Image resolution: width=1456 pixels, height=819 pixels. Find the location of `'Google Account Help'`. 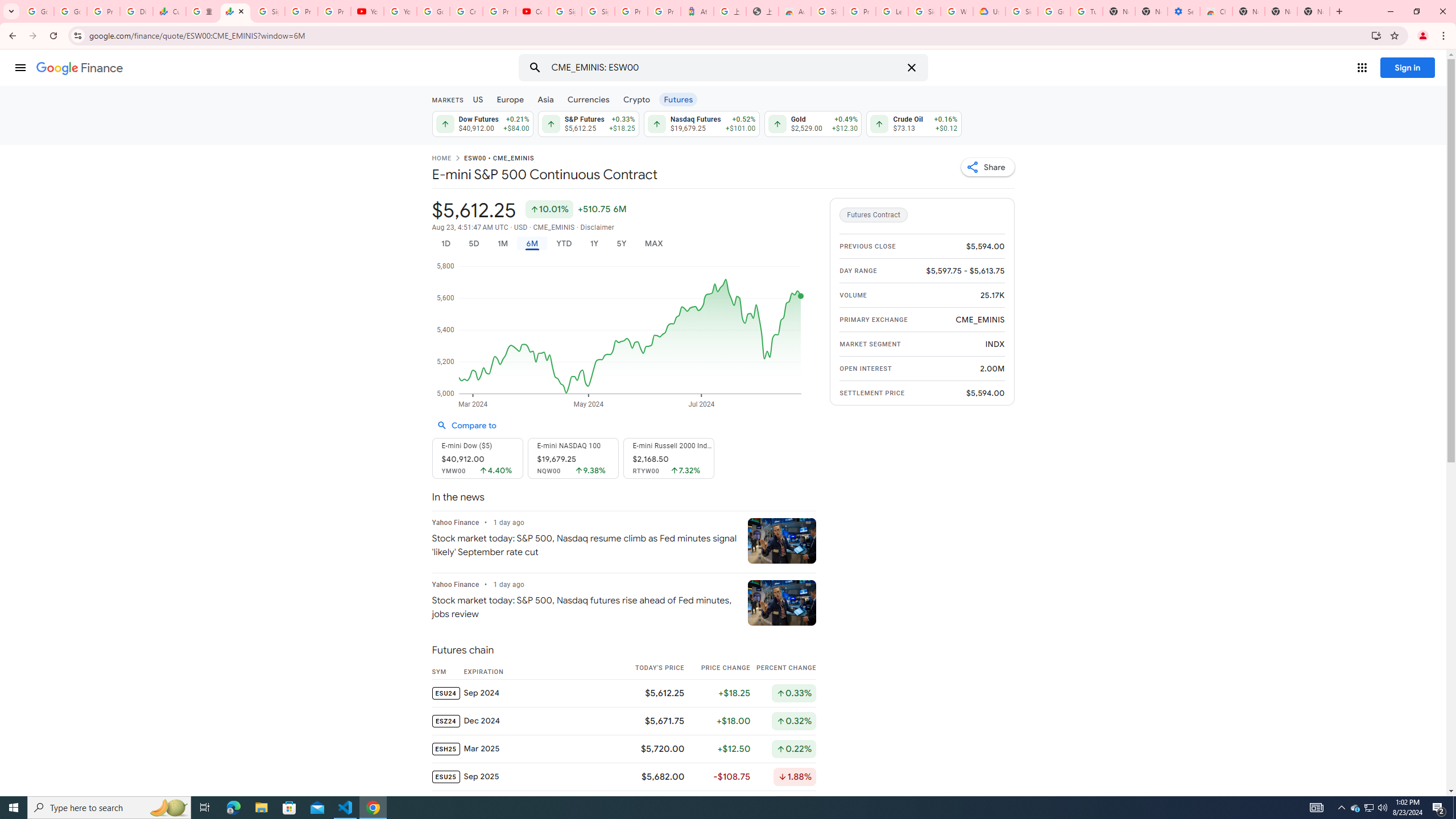

'Google Account Help' is located at coordinates (433, 11).